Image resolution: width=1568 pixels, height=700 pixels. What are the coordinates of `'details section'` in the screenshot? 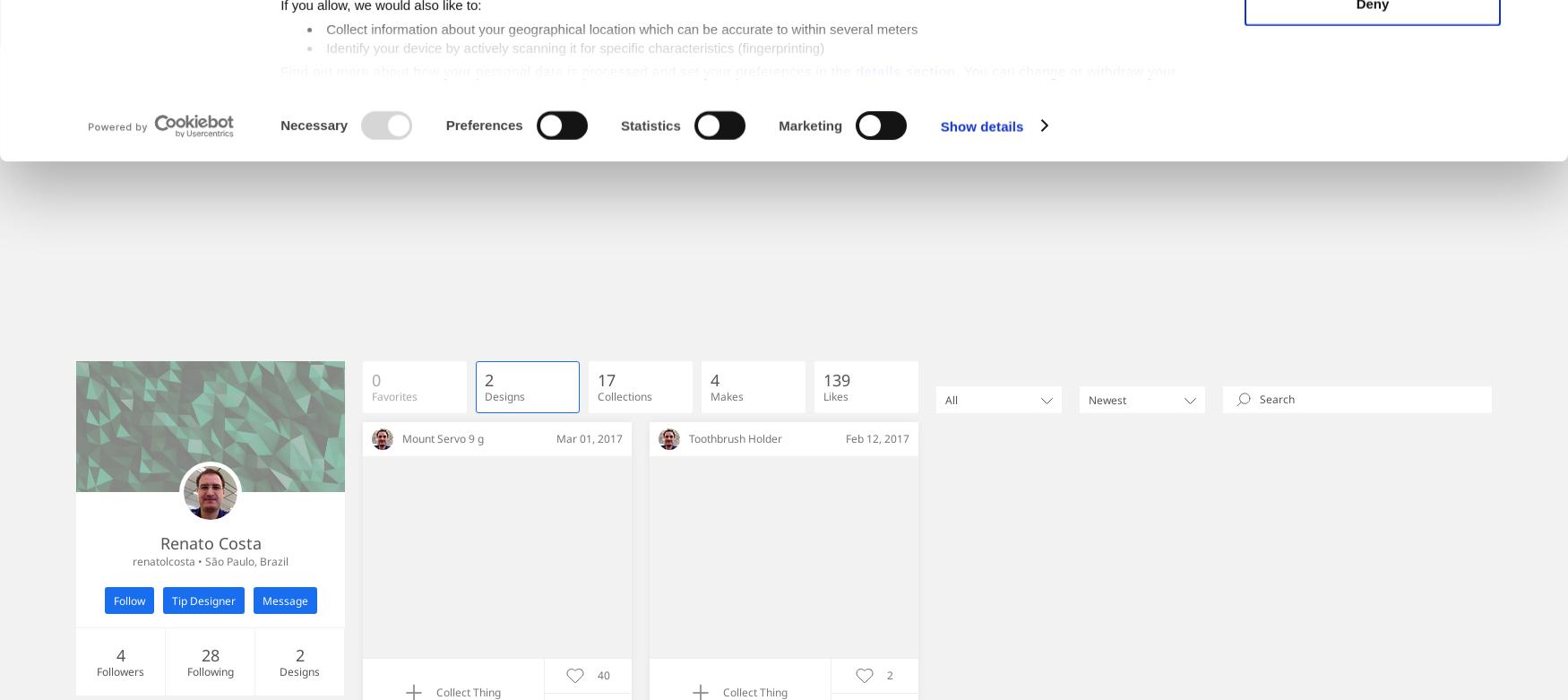 It's located at (903, 212).